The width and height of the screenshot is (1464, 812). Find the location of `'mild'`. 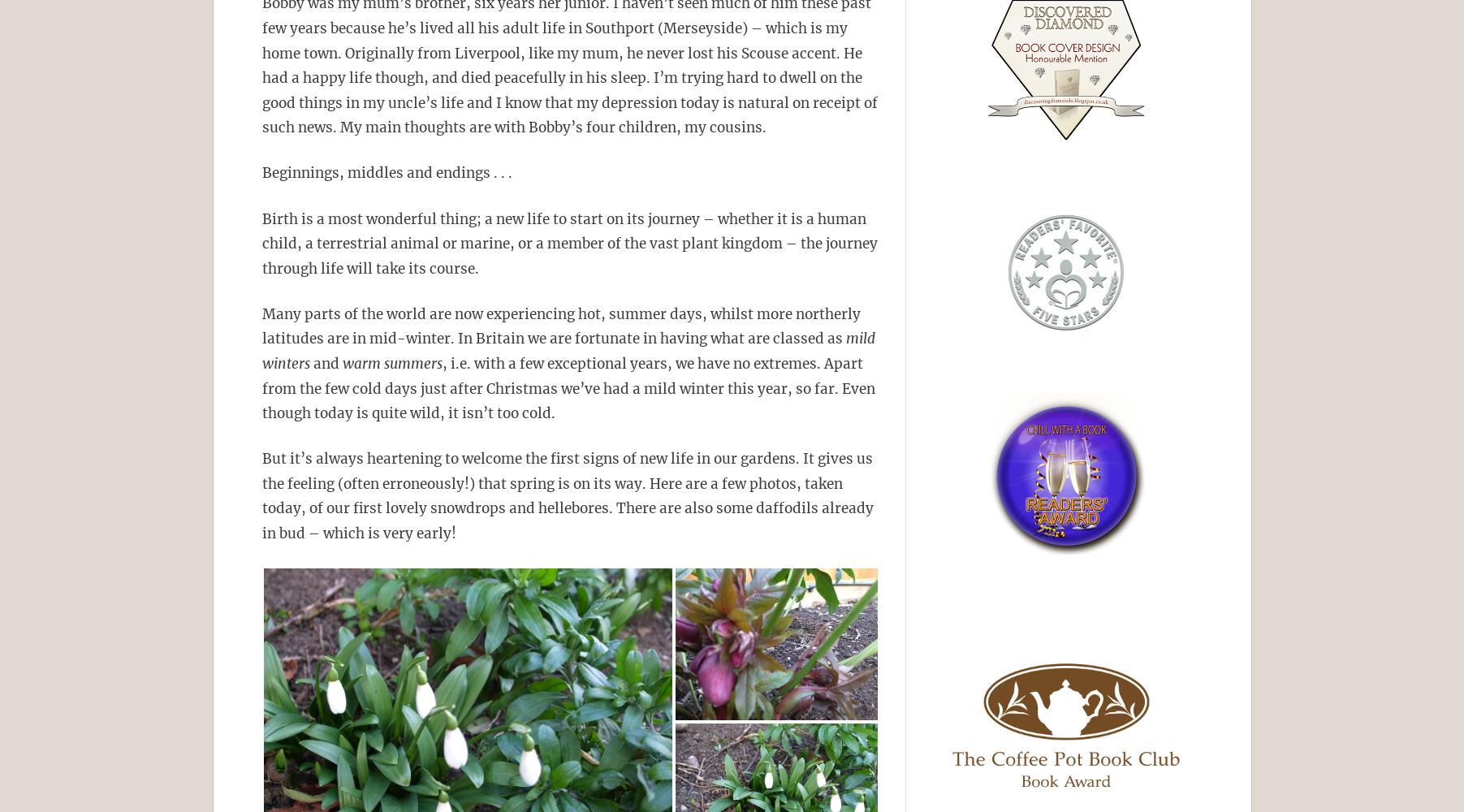

'mild' is located at coordinates (841, 339).